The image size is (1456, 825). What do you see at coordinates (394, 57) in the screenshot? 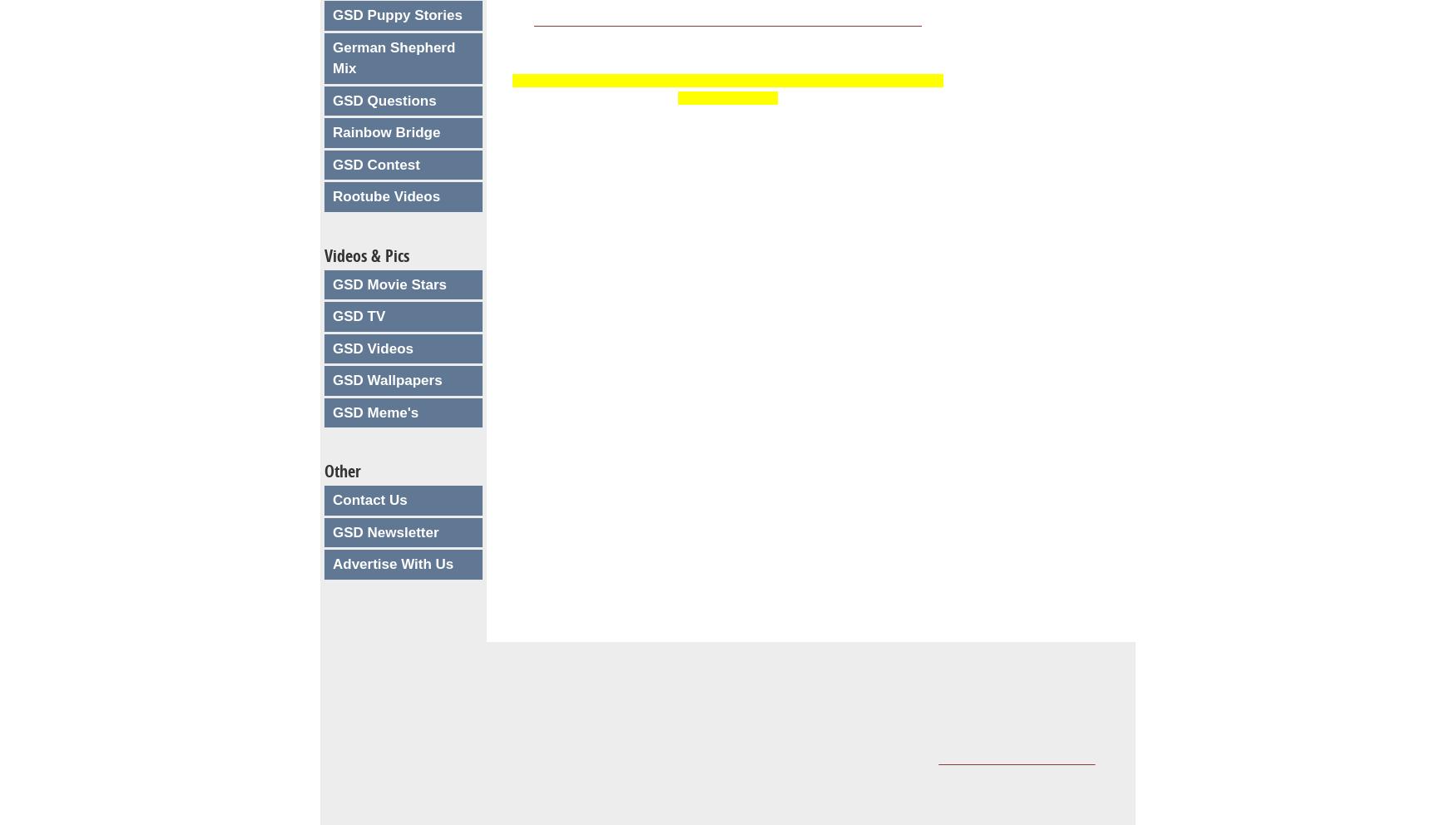
I see `'German Shepherd Mix'` at bounding box center [394, 57].